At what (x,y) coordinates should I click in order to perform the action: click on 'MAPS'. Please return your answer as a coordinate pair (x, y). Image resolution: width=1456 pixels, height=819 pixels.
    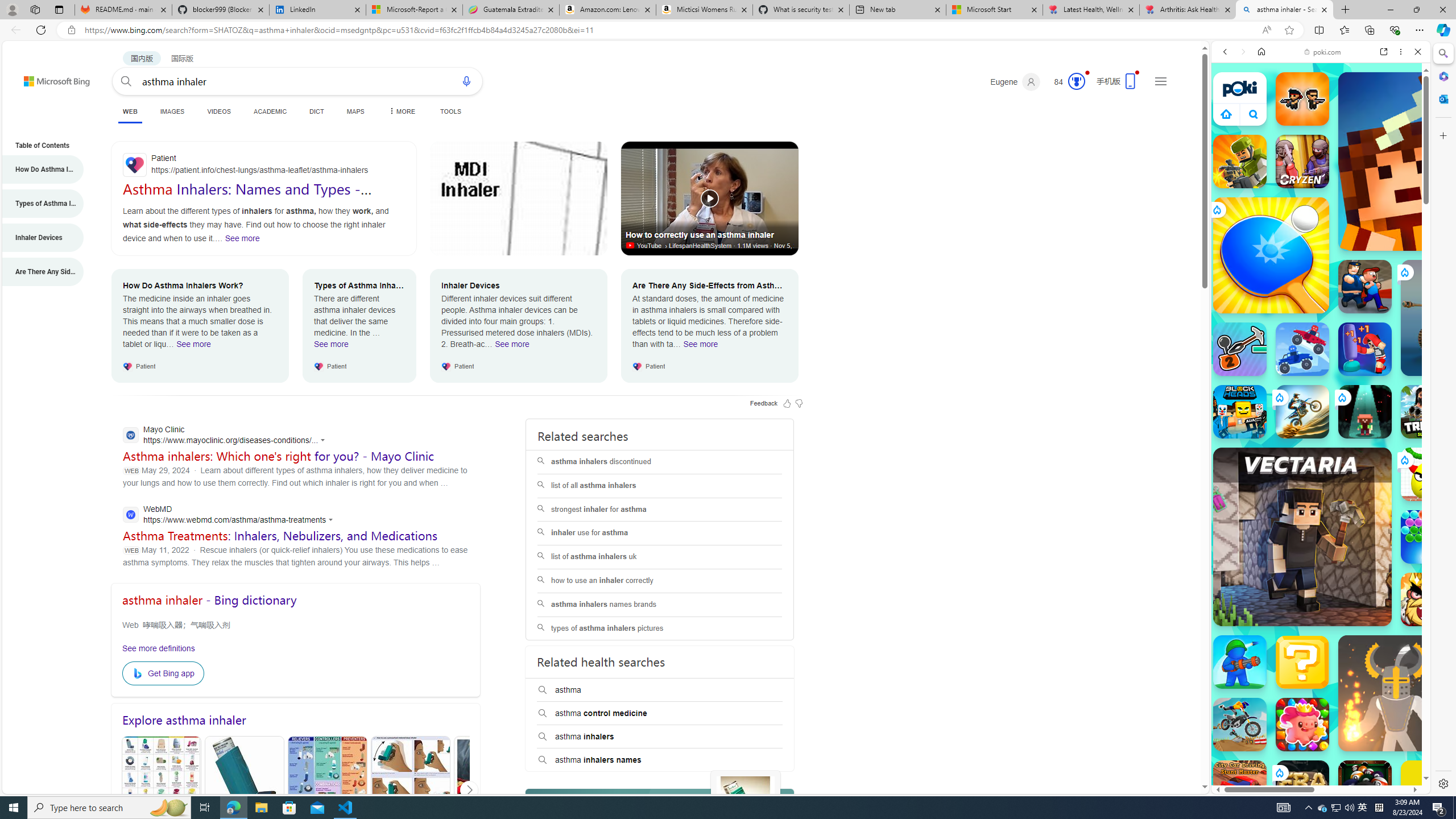
    Looking at the image, I should click on (355, 111).